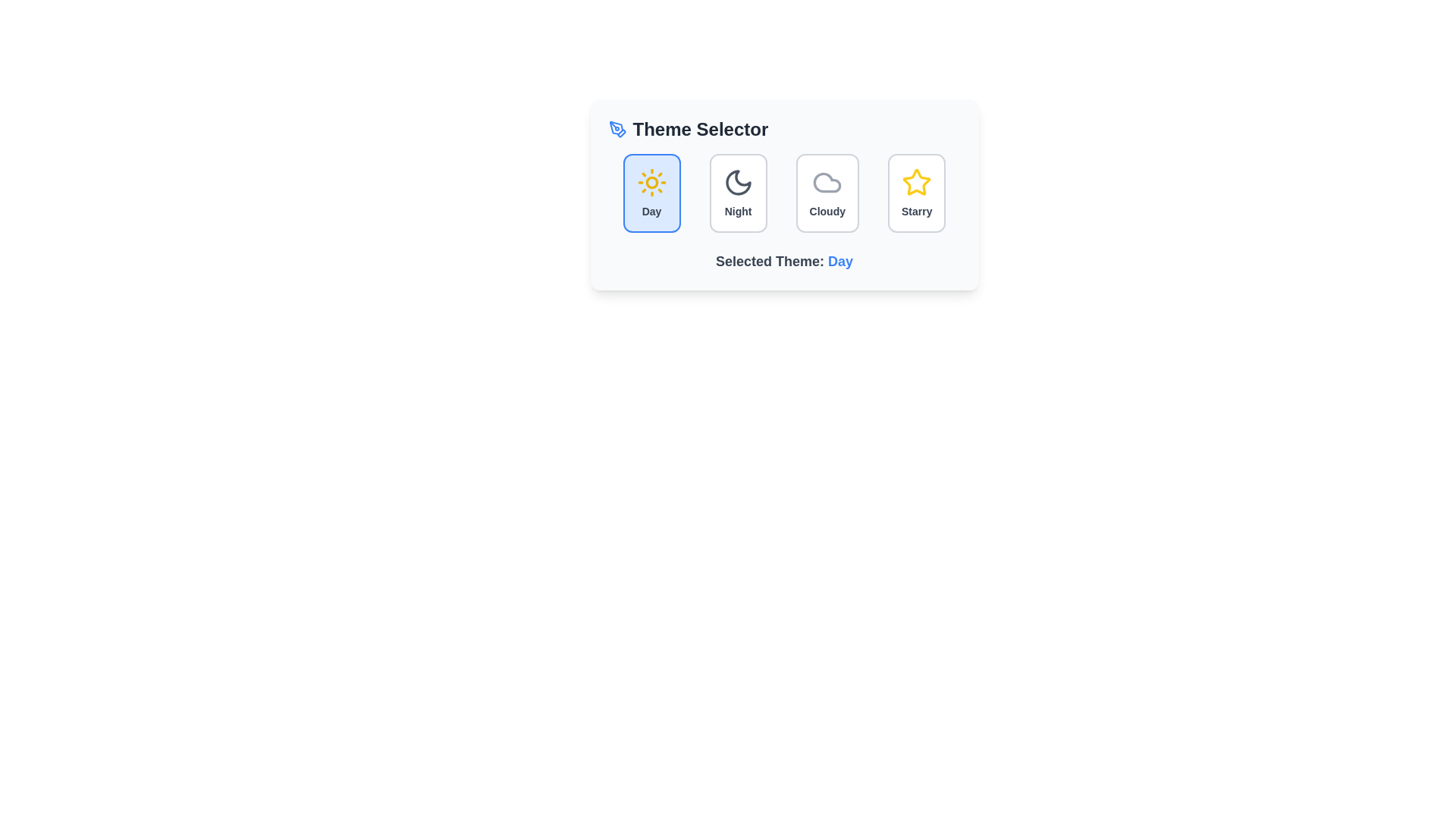 Image resolution: width=1456 pixels, height=819 pixels. What do you see at coordinates (826, 192) in the screenshot?
I see `the third card in the 'Theme Selector' labeled 'Cloudy'` at bounding box center [826, 192].